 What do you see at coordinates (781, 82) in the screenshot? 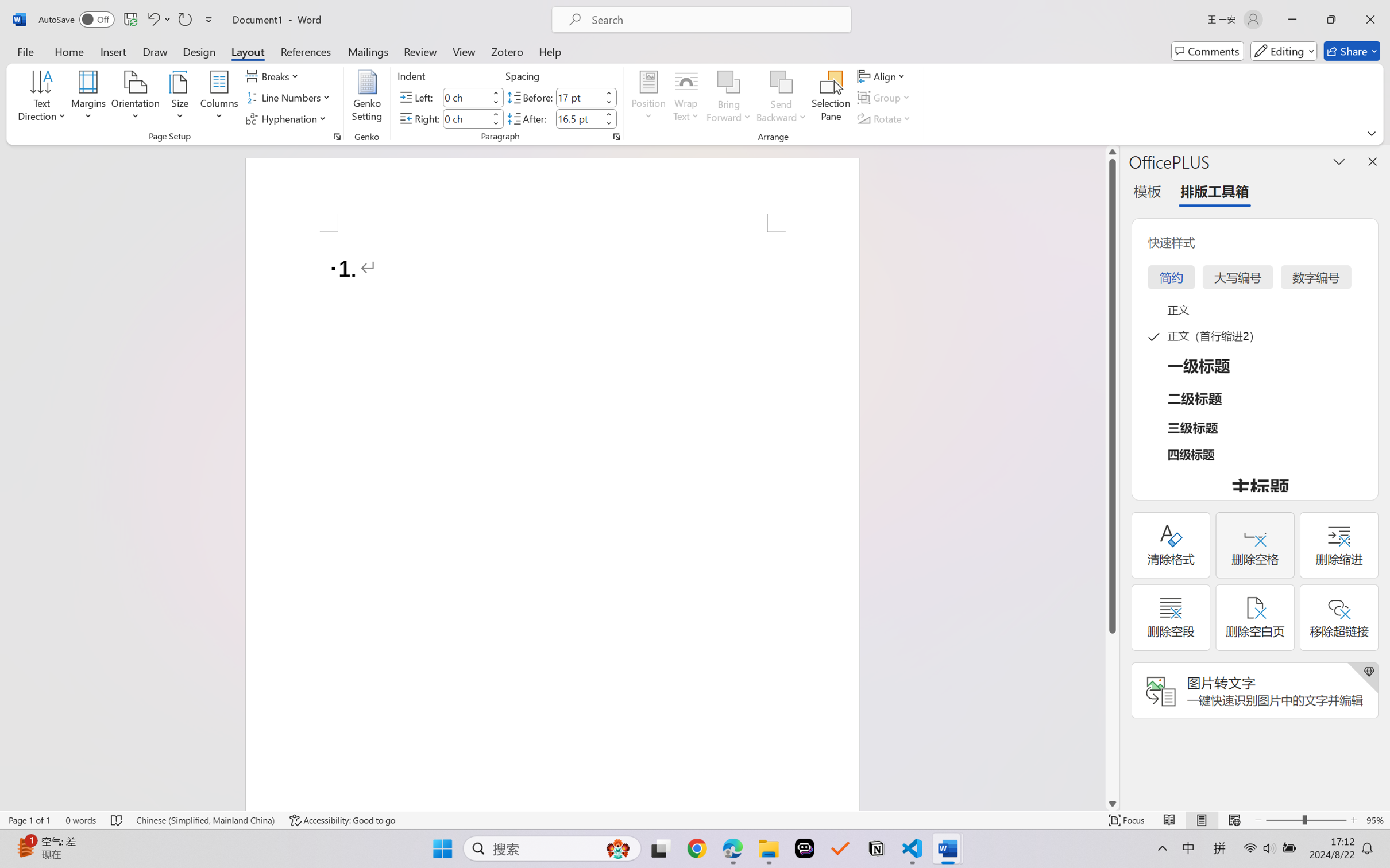
I see `'Send Backward'` at bounding box center [781, 82].